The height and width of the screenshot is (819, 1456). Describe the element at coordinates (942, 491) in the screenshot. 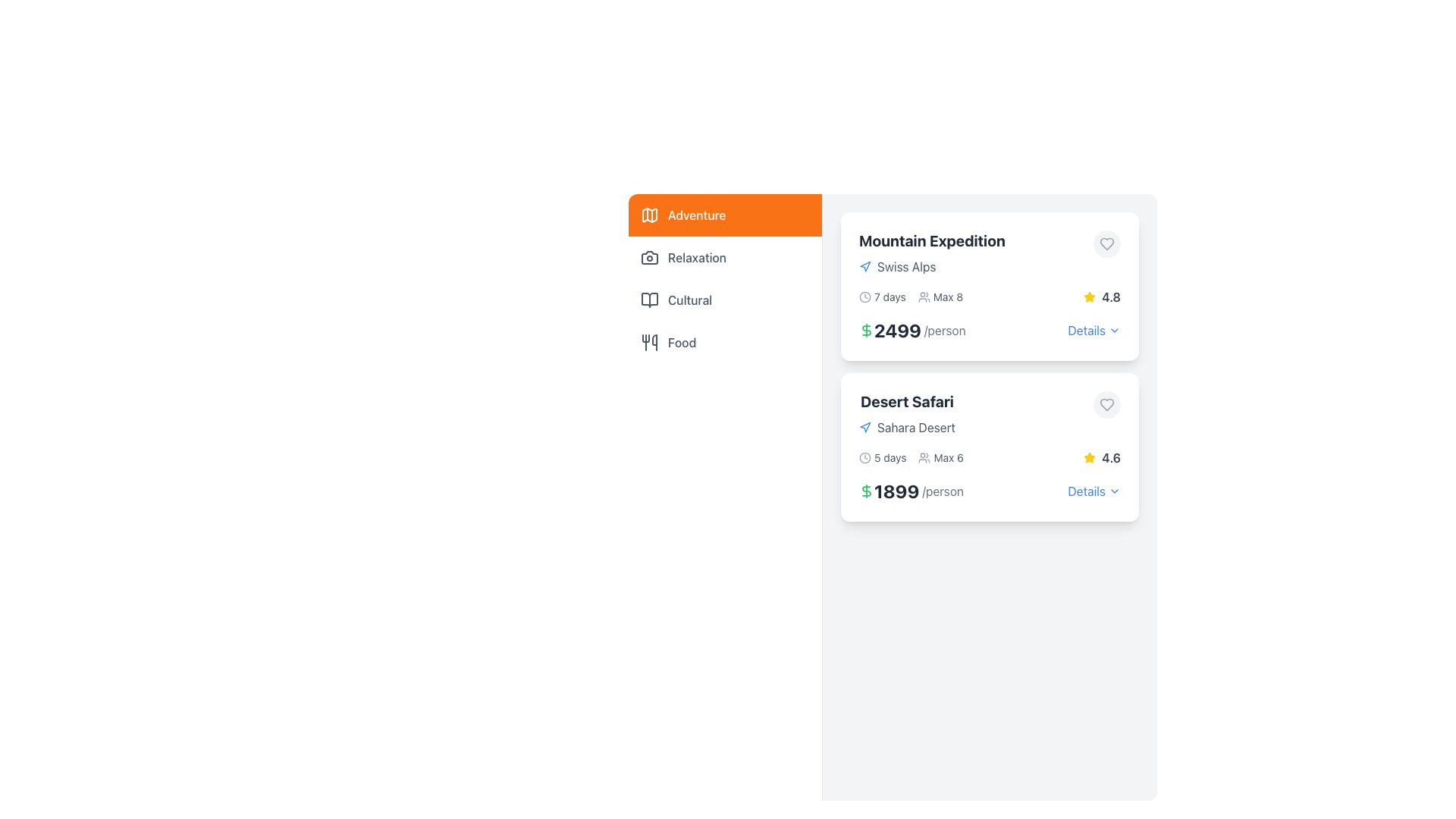

I see `the pricing unit text label located to the right of the price '1899'` at that location.